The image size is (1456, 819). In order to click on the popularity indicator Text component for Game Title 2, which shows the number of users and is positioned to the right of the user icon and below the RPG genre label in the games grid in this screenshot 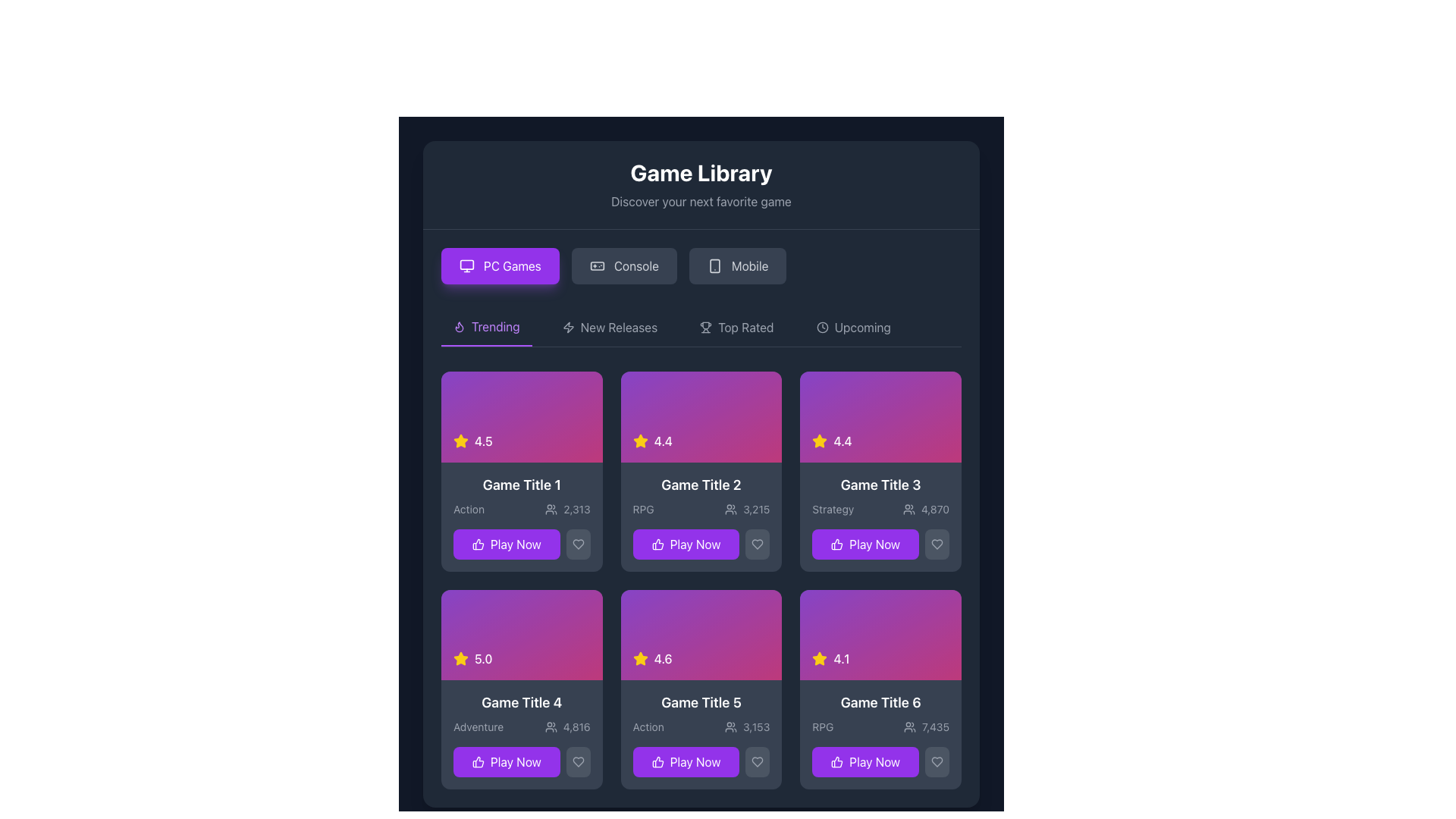, I will do `click(747, 509)`.